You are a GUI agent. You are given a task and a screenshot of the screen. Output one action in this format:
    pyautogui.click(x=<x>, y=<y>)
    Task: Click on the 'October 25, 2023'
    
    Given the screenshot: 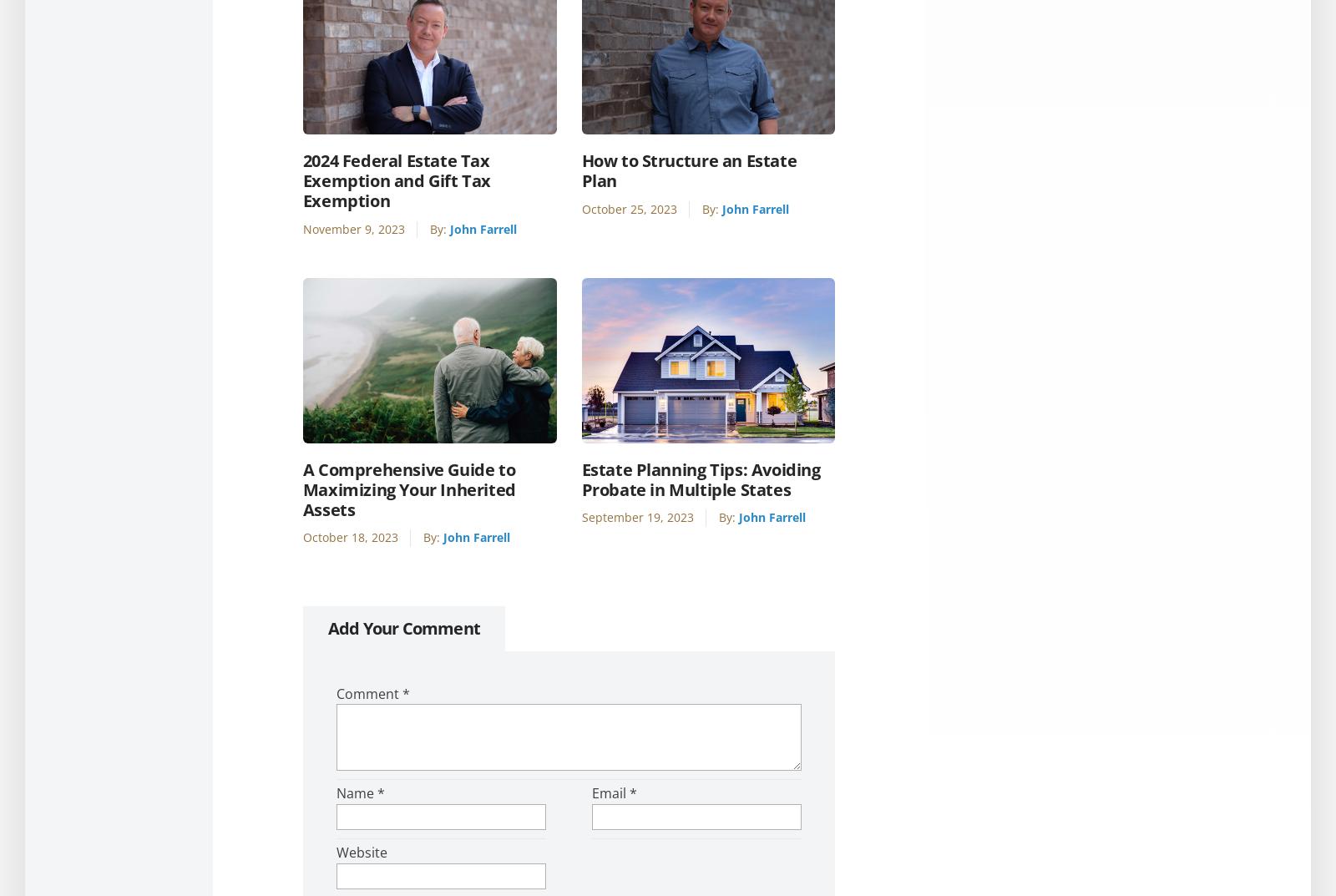 What is the action you would take?
    pyautogui.click(x=628, y=207)
    